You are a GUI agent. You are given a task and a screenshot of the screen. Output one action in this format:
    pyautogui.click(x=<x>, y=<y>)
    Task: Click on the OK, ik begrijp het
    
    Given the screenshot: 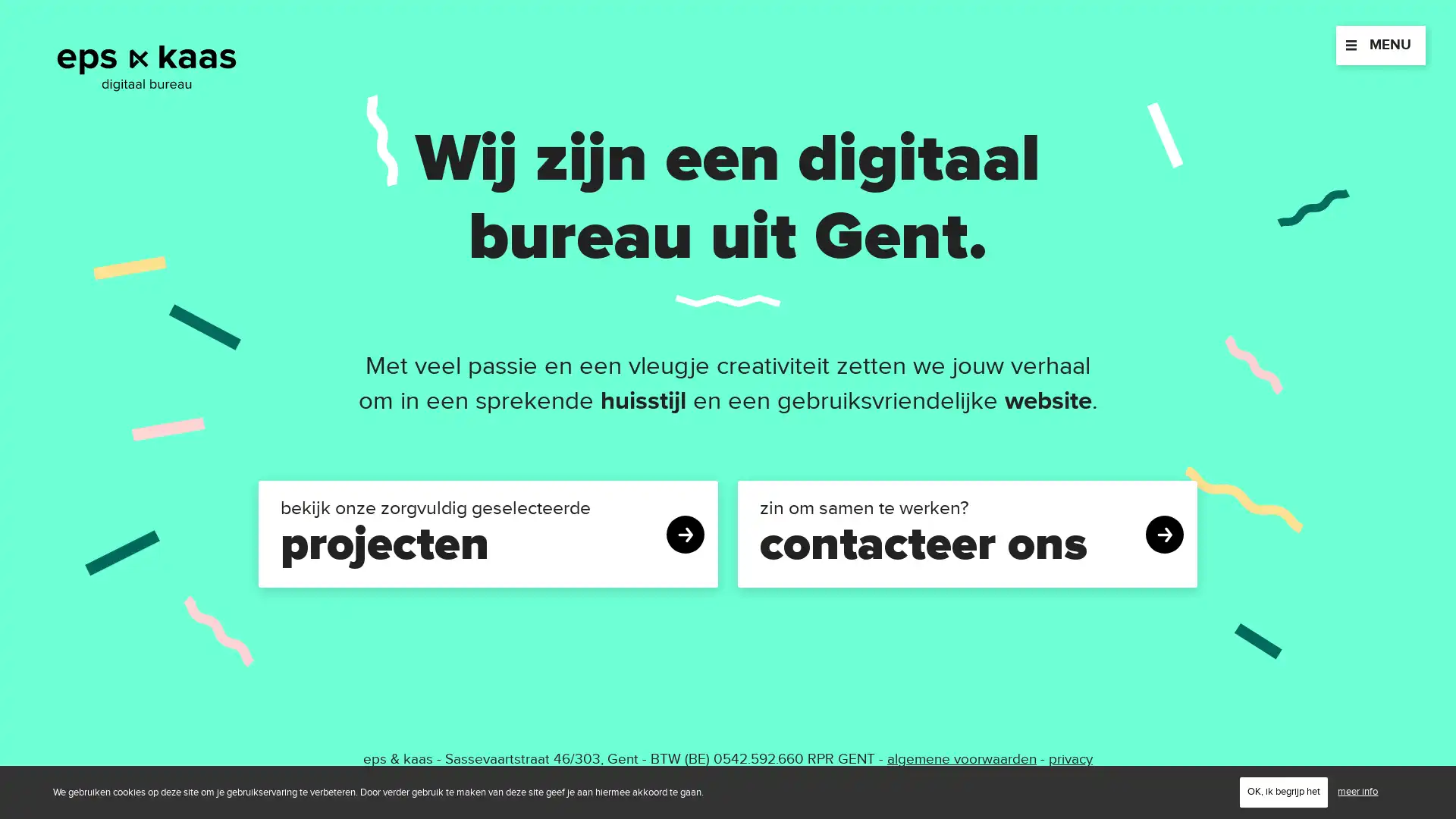 What is the action you would take?
    pyautogui.click(x=1283, y=791)
    